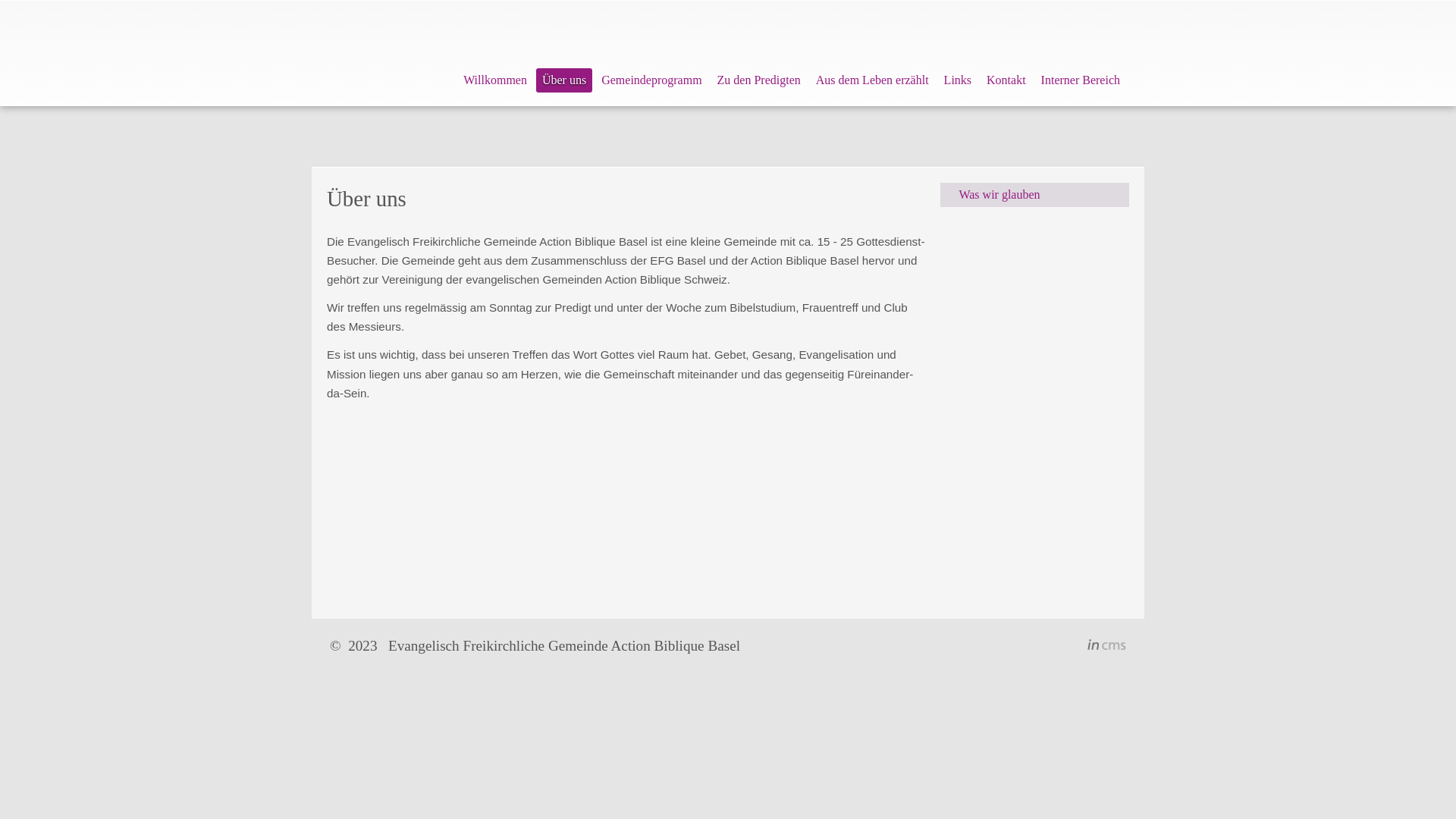 The width and height of the screenshot is (1456, 819). What do you see at coordinates (1034, 194) in the screenshot?
I see `'Was wir glauben'` at bounding box center [1034, 194].